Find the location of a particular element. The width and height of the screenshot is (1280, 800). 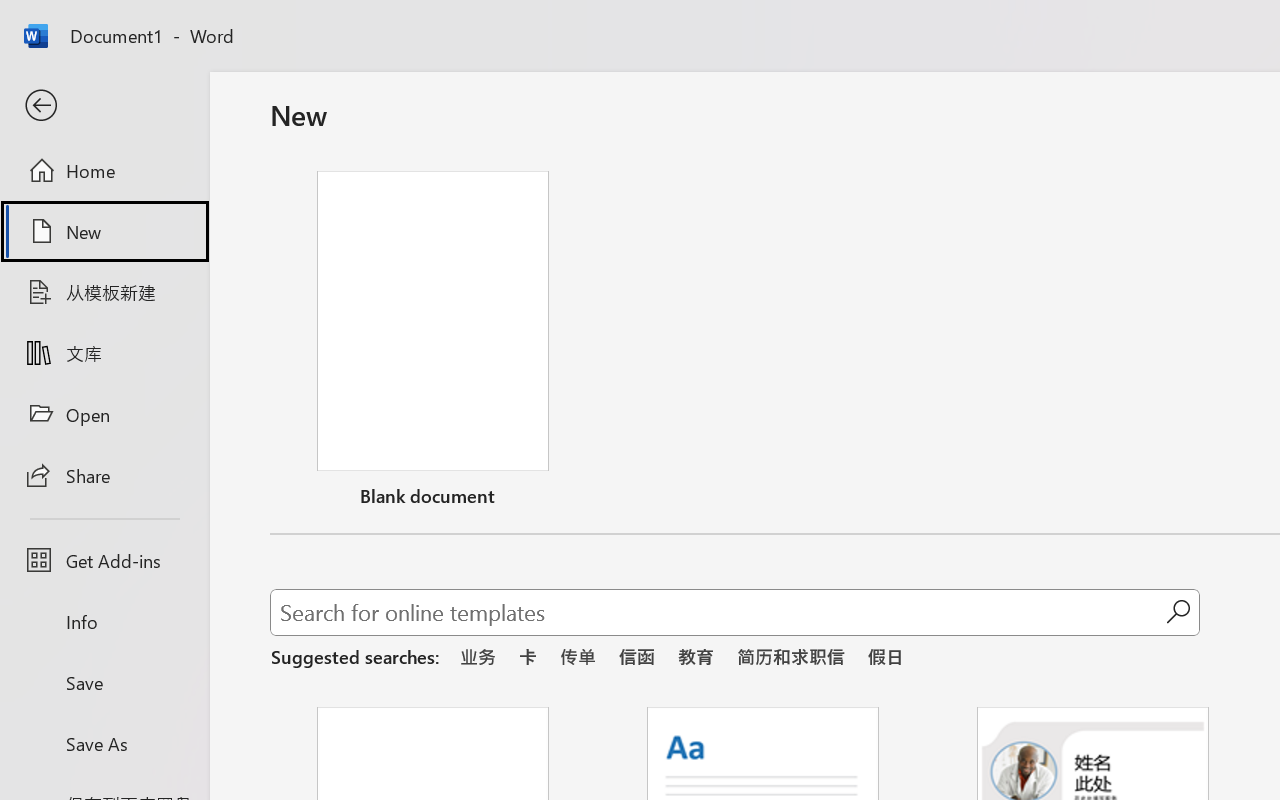

'Search for online templates' is located at coordinates (718, 616).